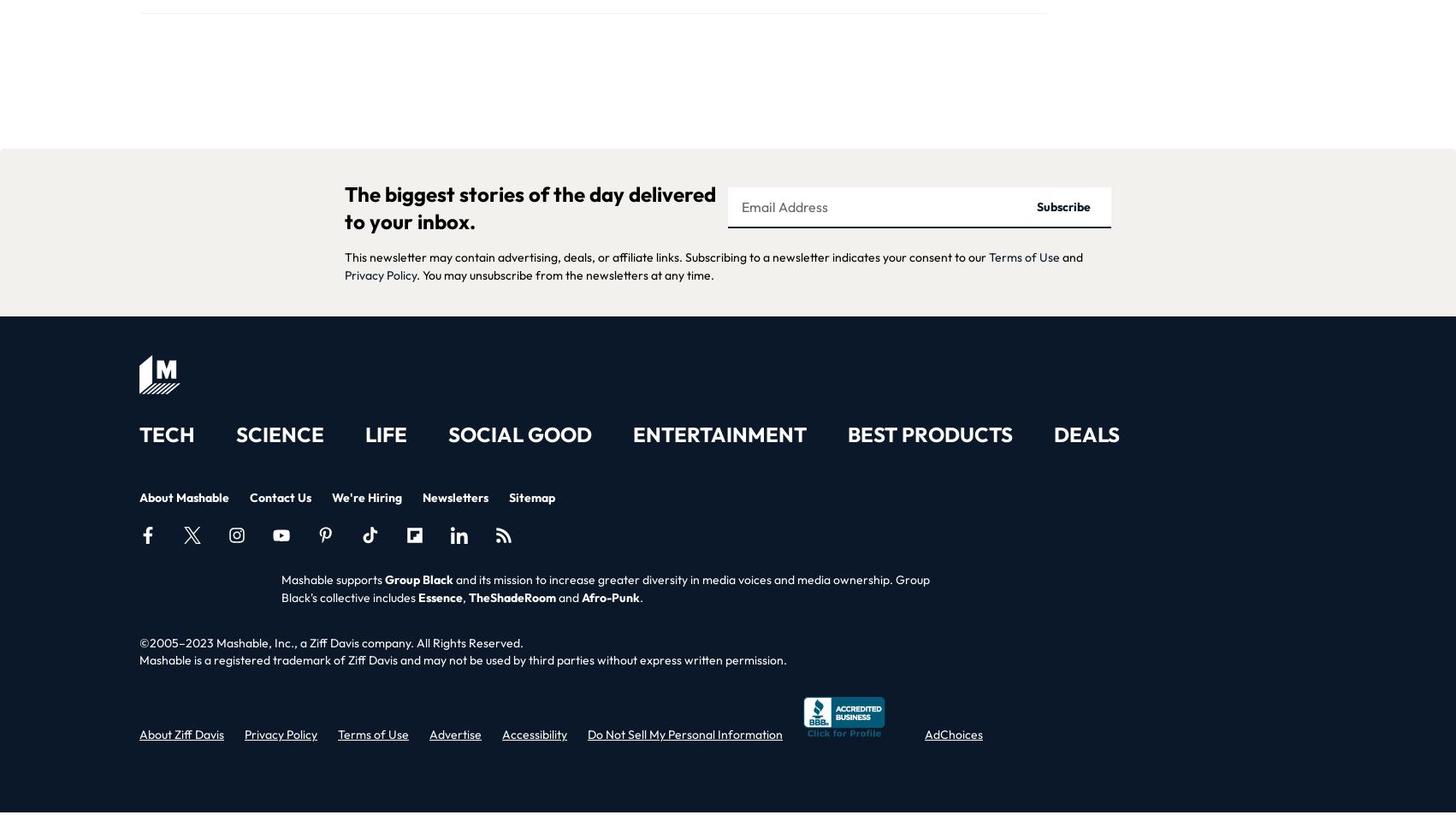  I want to click on 'and its mission to increase greater diversity in media voices and media ownership. Group Black's collective includes', so click(281, 588).